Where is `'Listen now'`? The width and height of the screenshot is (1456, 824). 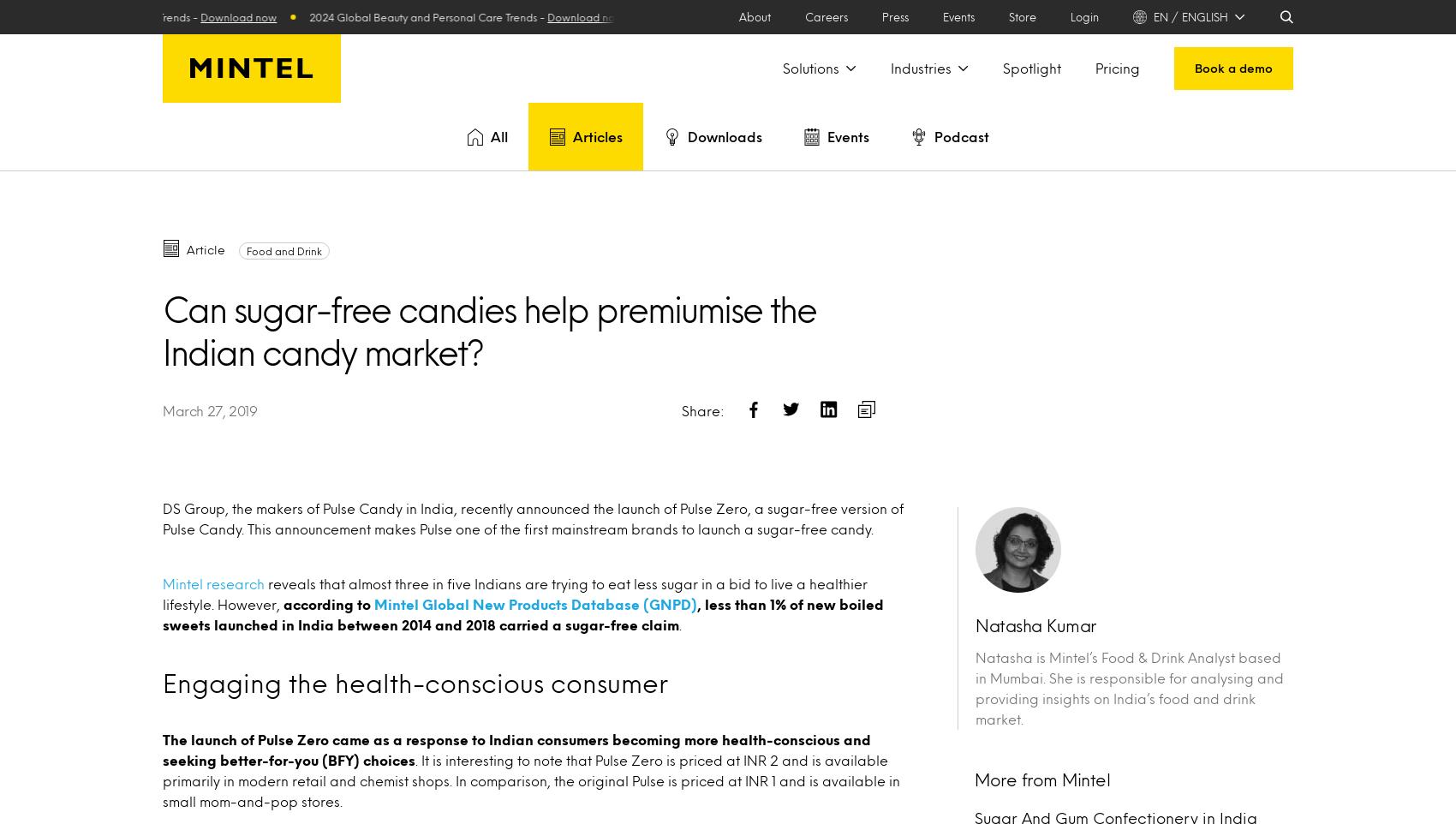 'Listen now' is located at coordinates (972, 506).